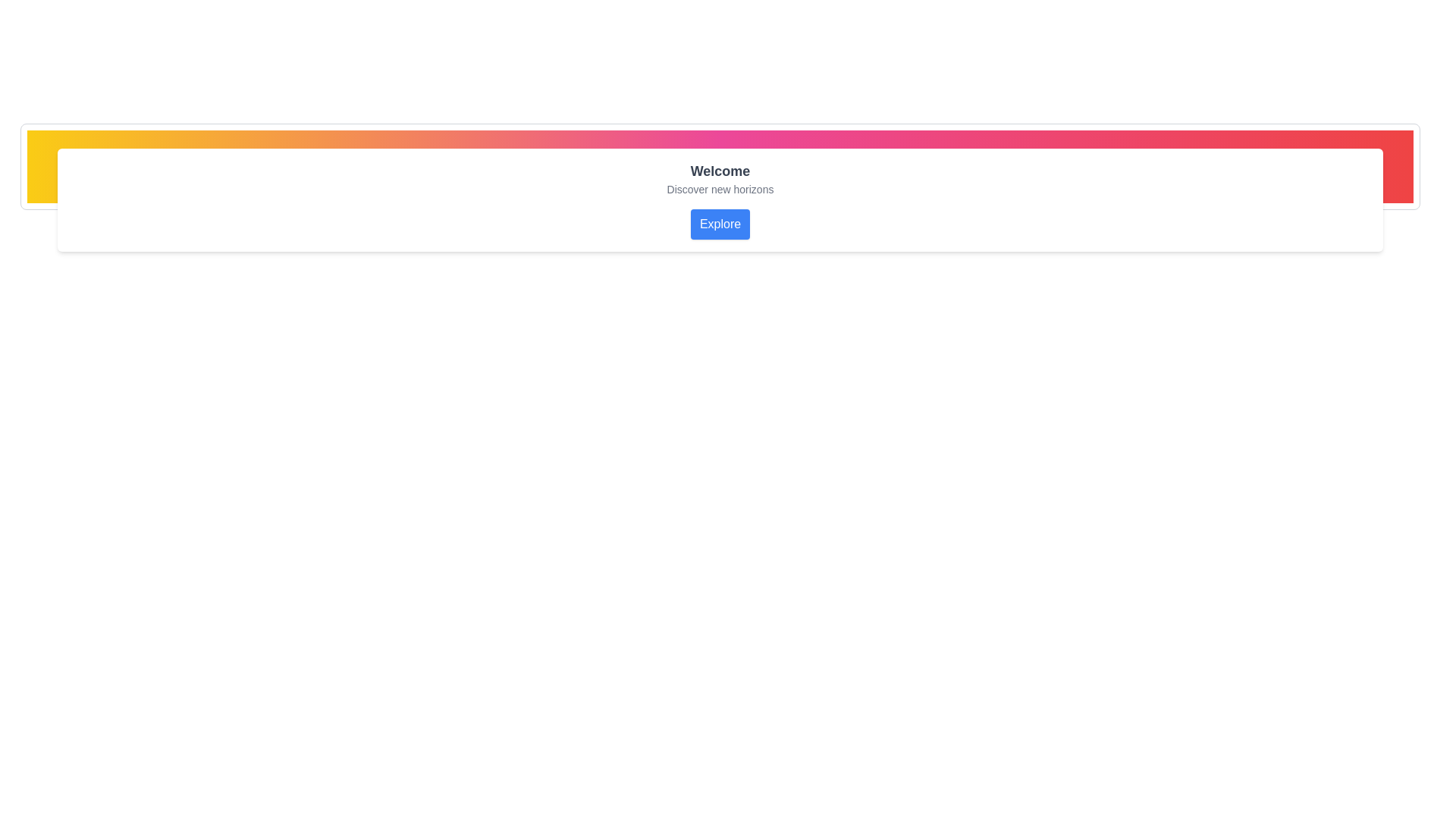 Image resolution: width=1456 pixels, height=819 pixels. What do you see at coordinates (720, 171) in the screenshot?
I see `the static text heading that welcomes users to the page, positioned above the 'Discover new horizons' text and the 'Explore' button` at bounding box center [720, 171].